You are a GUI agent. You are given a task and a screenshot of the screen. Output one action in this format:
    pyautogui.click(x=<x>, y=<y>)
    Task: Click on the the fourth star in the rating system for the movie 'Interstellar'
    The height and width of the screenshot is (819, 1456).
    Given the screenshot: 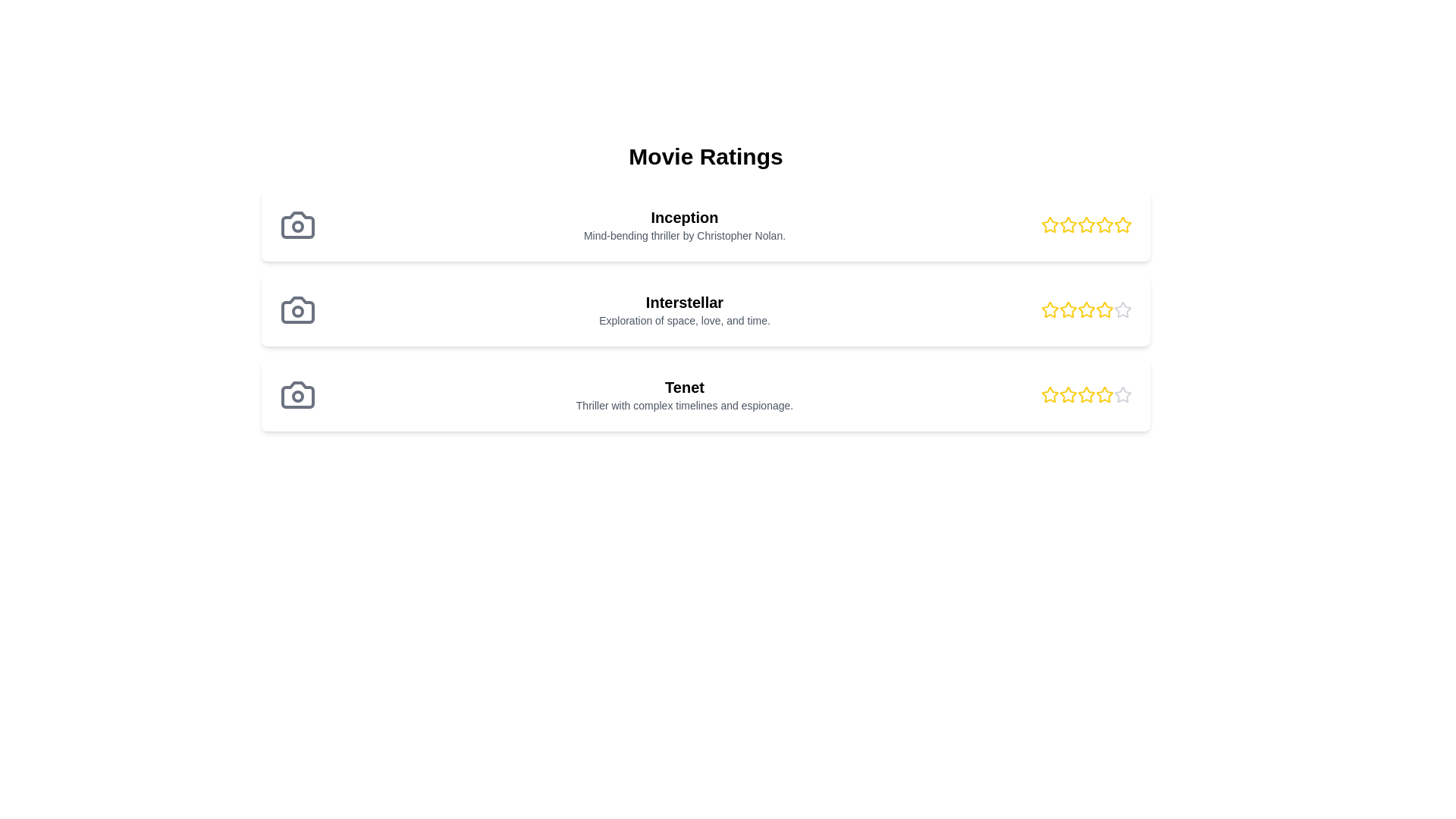 What is the action you would take?
    pyautogui.click(x=1086, y=309)
    